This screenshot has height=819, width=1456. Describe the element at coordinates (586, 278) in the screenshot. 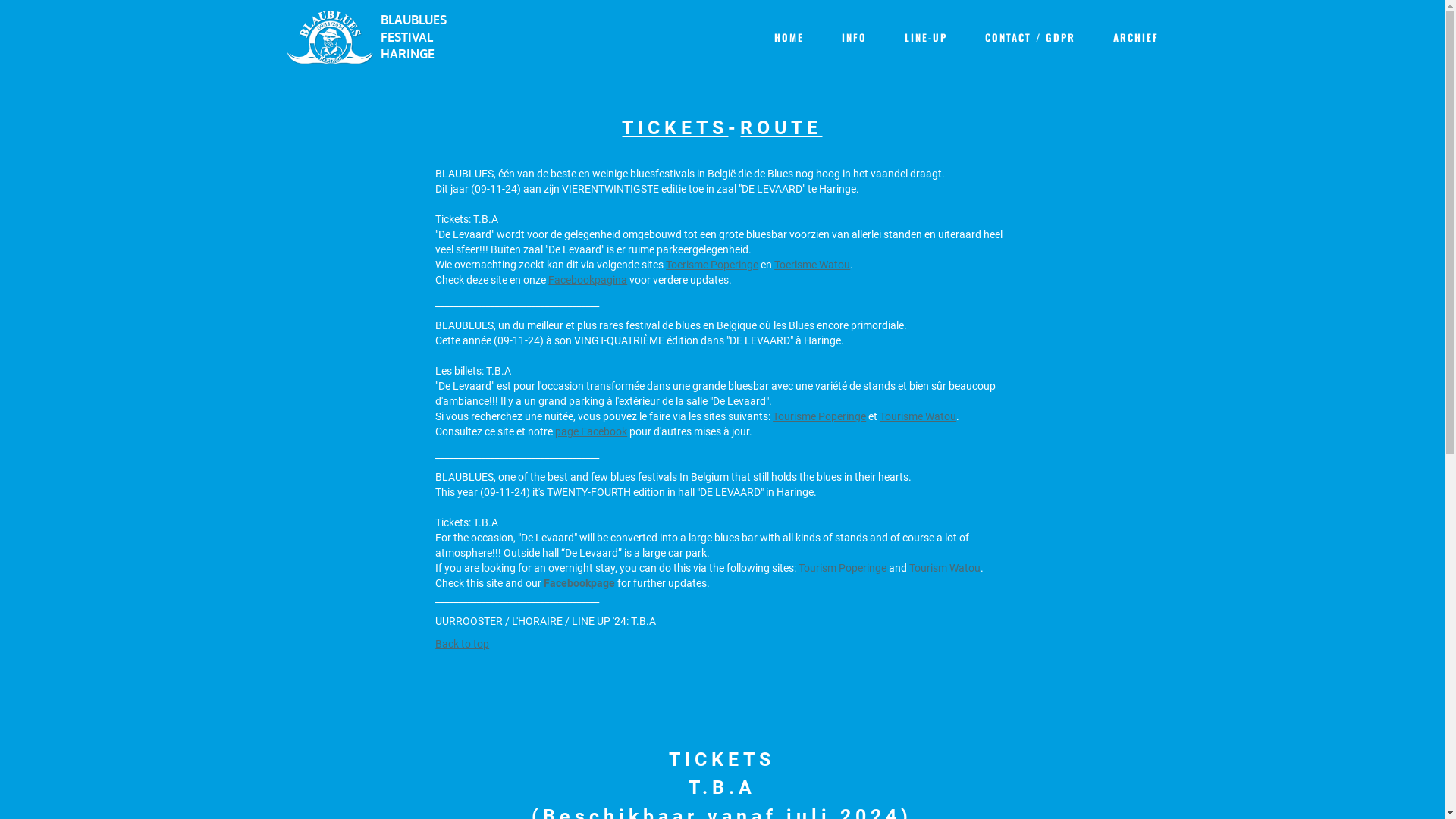

I see `'Facebookpagina'` at that location.